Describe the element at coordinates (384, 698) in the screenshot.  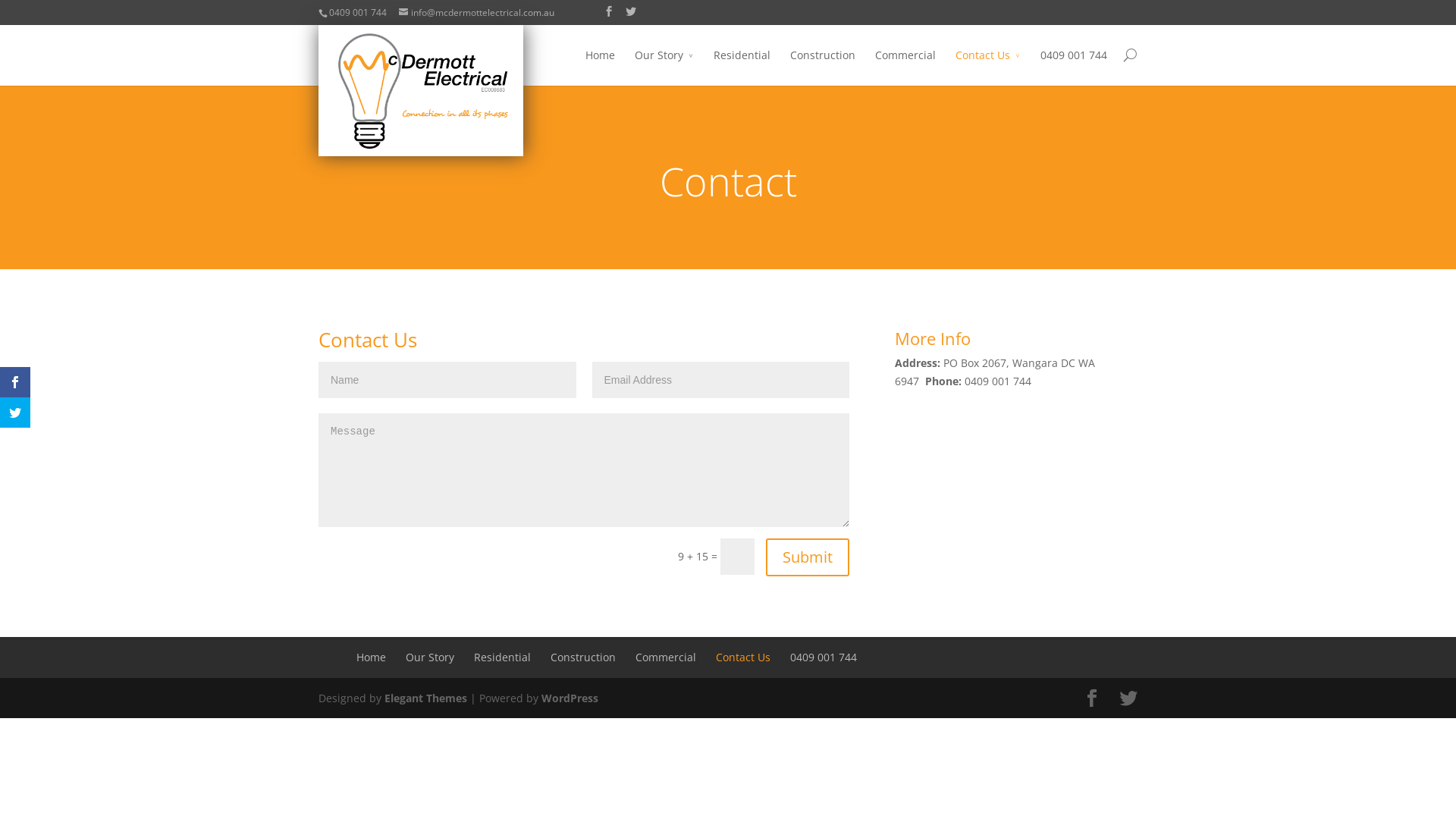
I see `'Elegant Themes'` at that location.